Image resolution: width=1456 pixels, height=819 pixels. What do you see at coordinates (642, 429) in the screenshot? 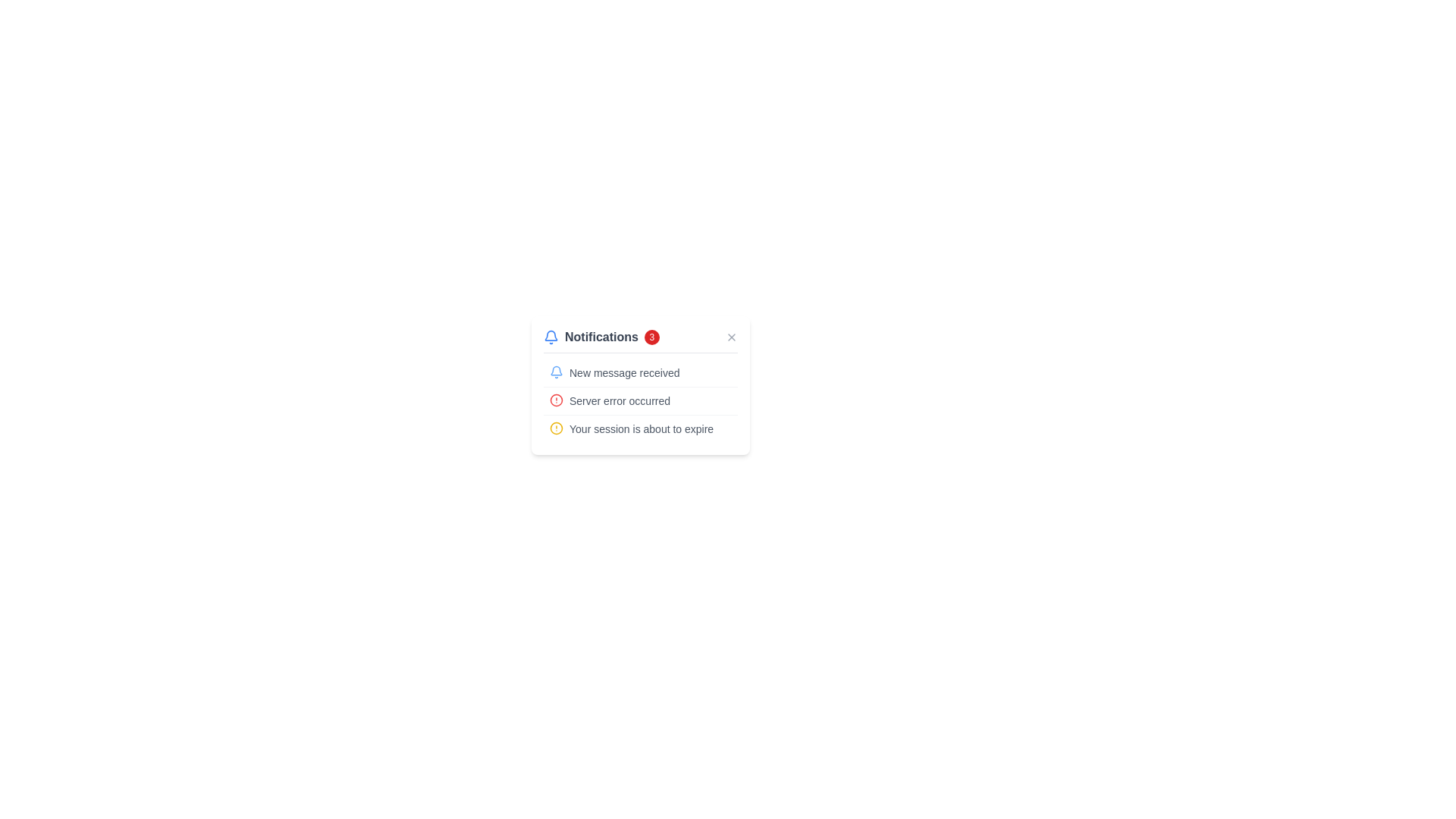
I see `the static text label that provides a notification about impending session expiration, located at the bottom of the notification list under 'Server error occurred' and 'New message received'` at bounding box center [642, 429].